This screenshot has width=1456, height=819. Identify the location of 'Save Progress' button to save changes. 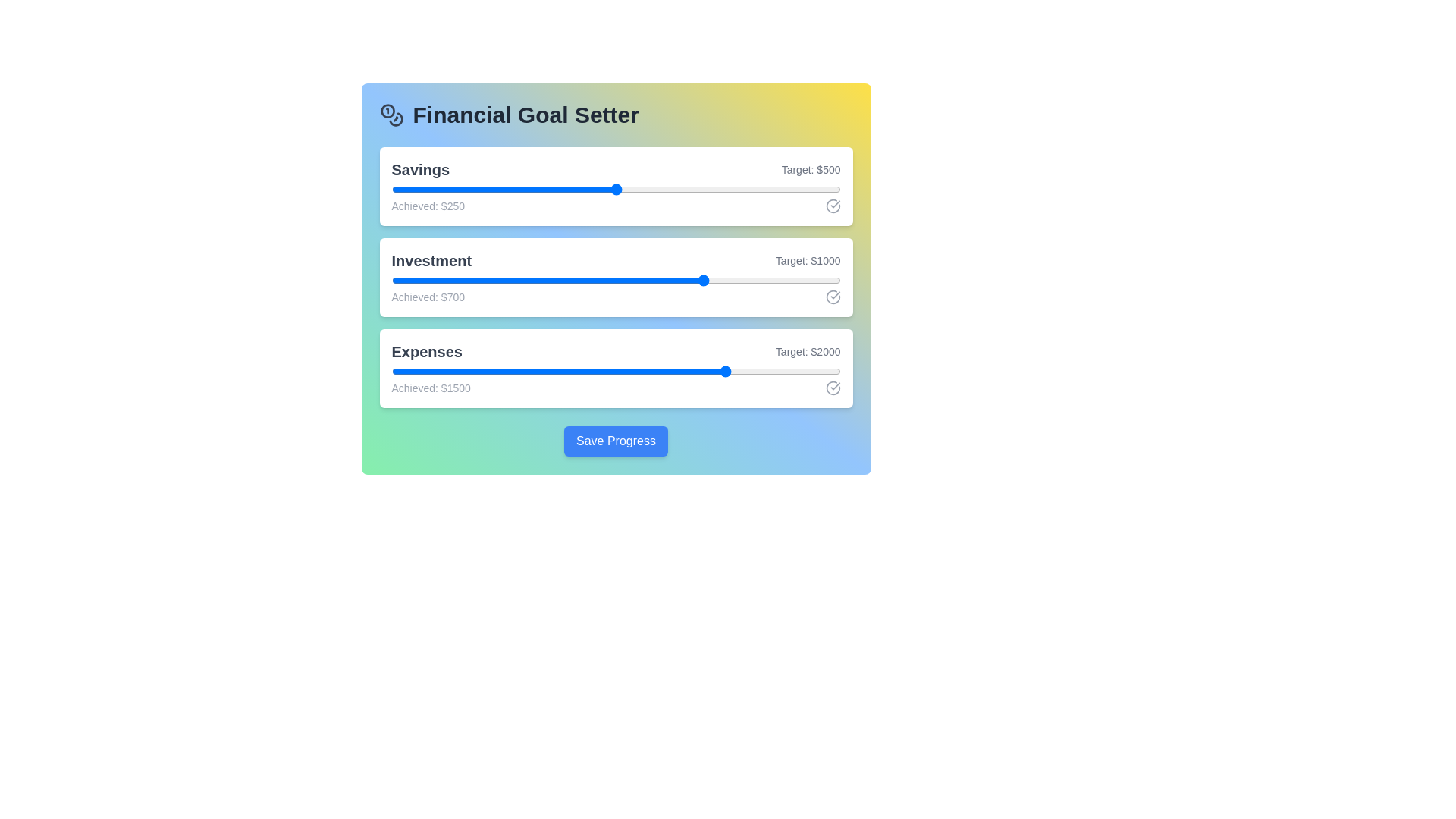
(616, 441).